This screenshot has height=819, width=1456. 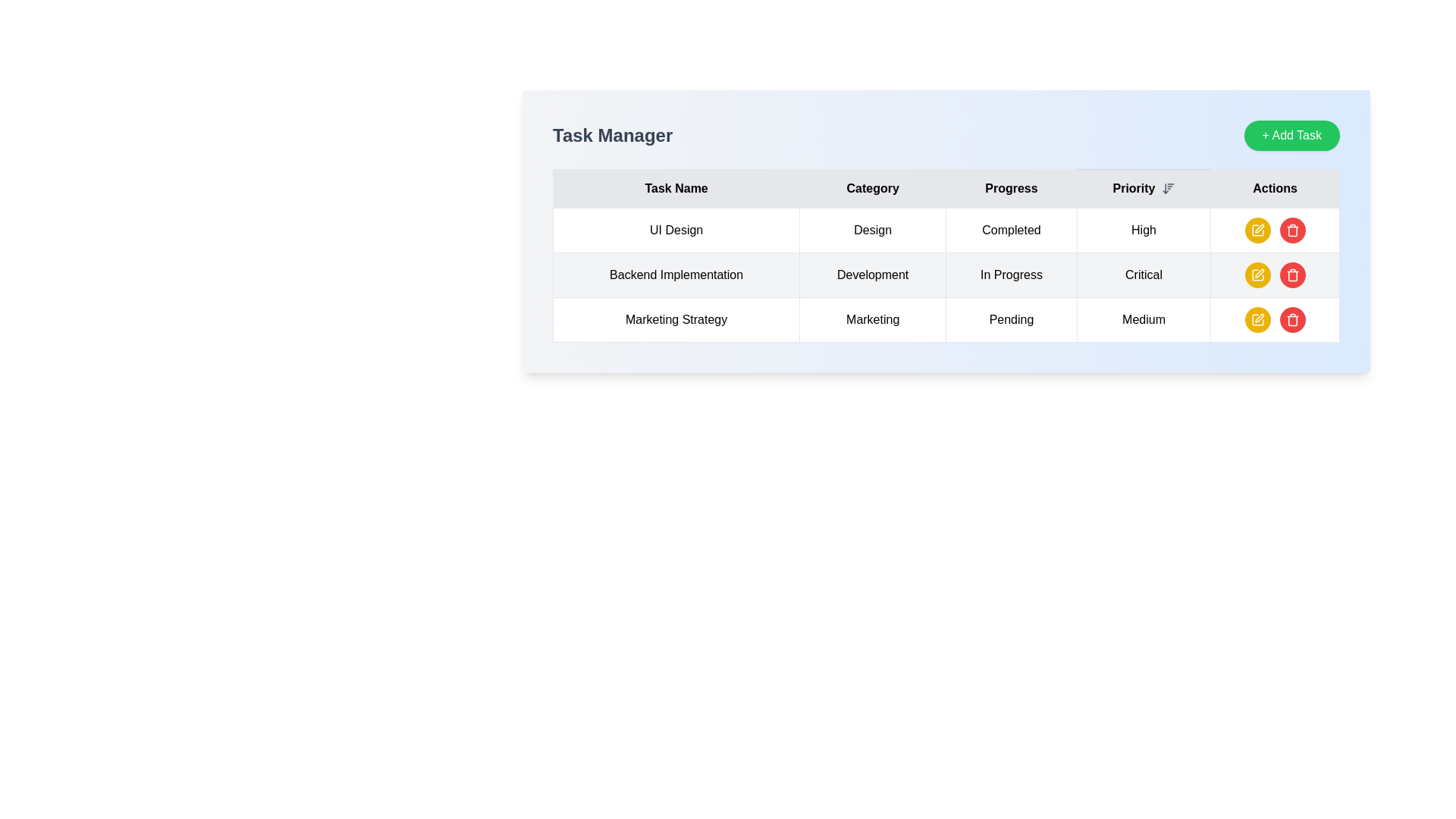 I want to click on the deletion button icon in the 'Actions' column of the 'Task Manager' table associated with the 'Backend Implementation' task, so click(x=1291, y=275).